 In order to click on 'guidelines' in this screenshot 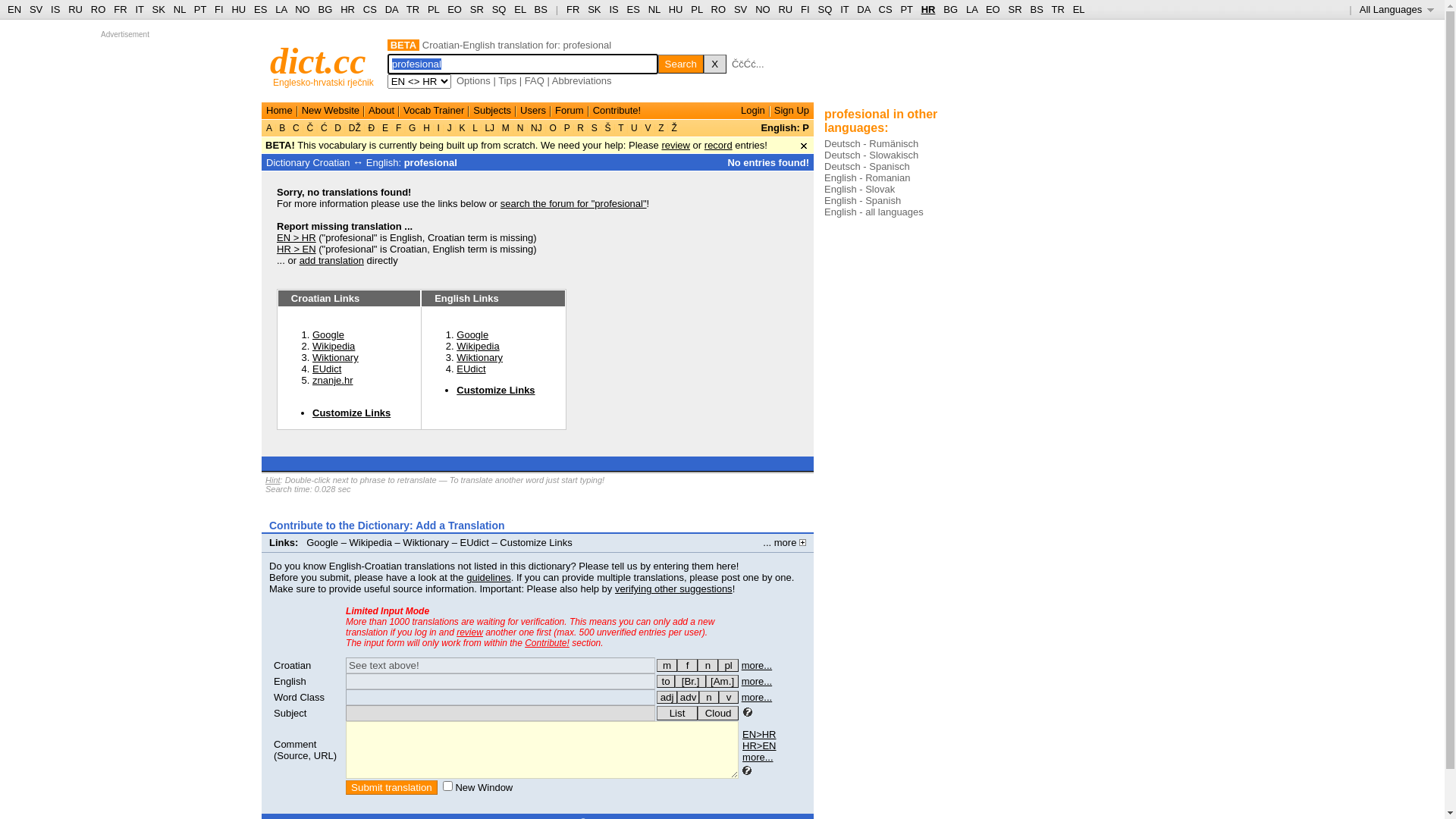, I will do `click(488, 577)`.